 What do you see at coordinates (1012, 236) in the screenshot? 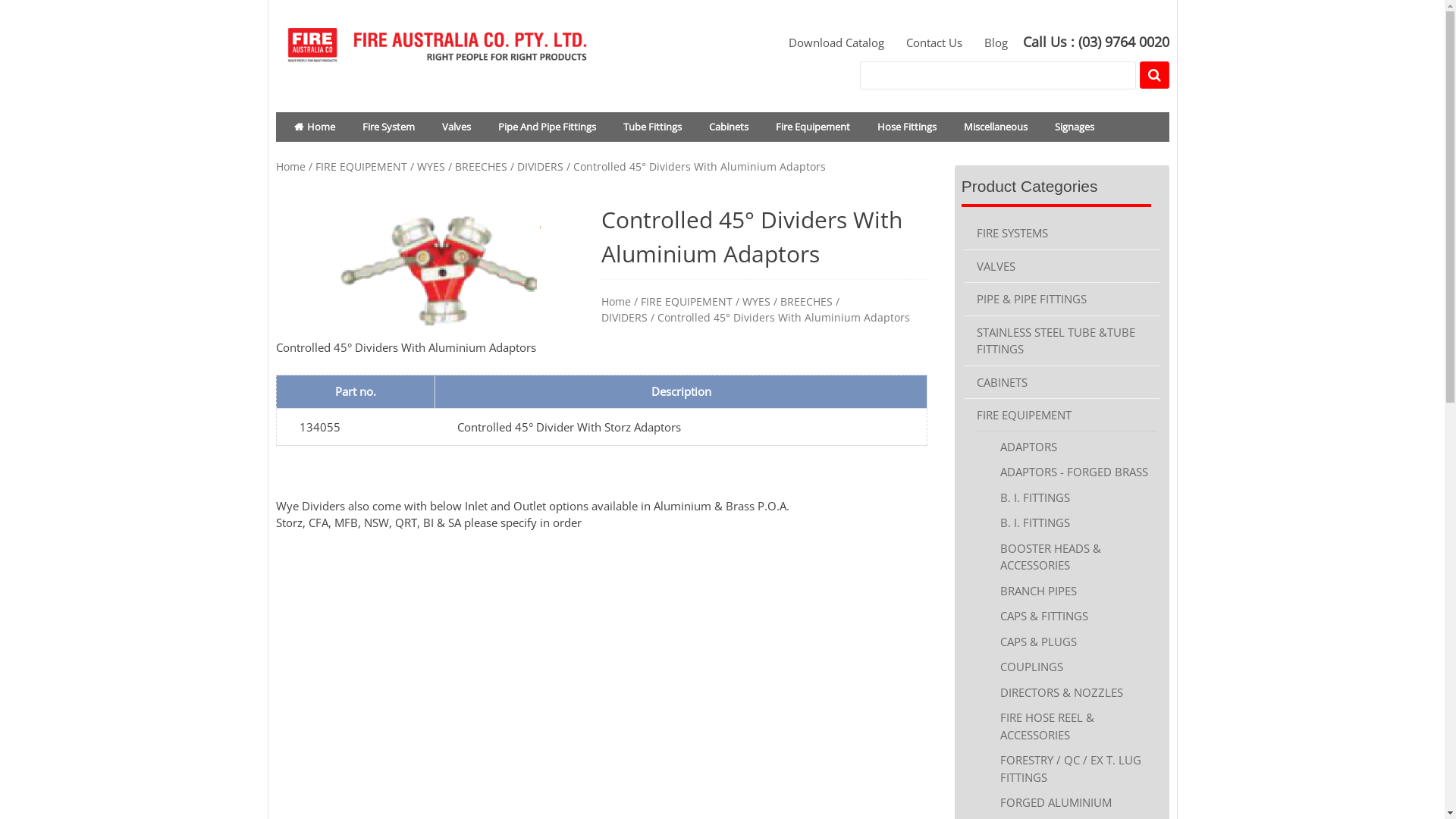
I see `'FIRE SYSTEMS'` at bounding box center [1012, 236].